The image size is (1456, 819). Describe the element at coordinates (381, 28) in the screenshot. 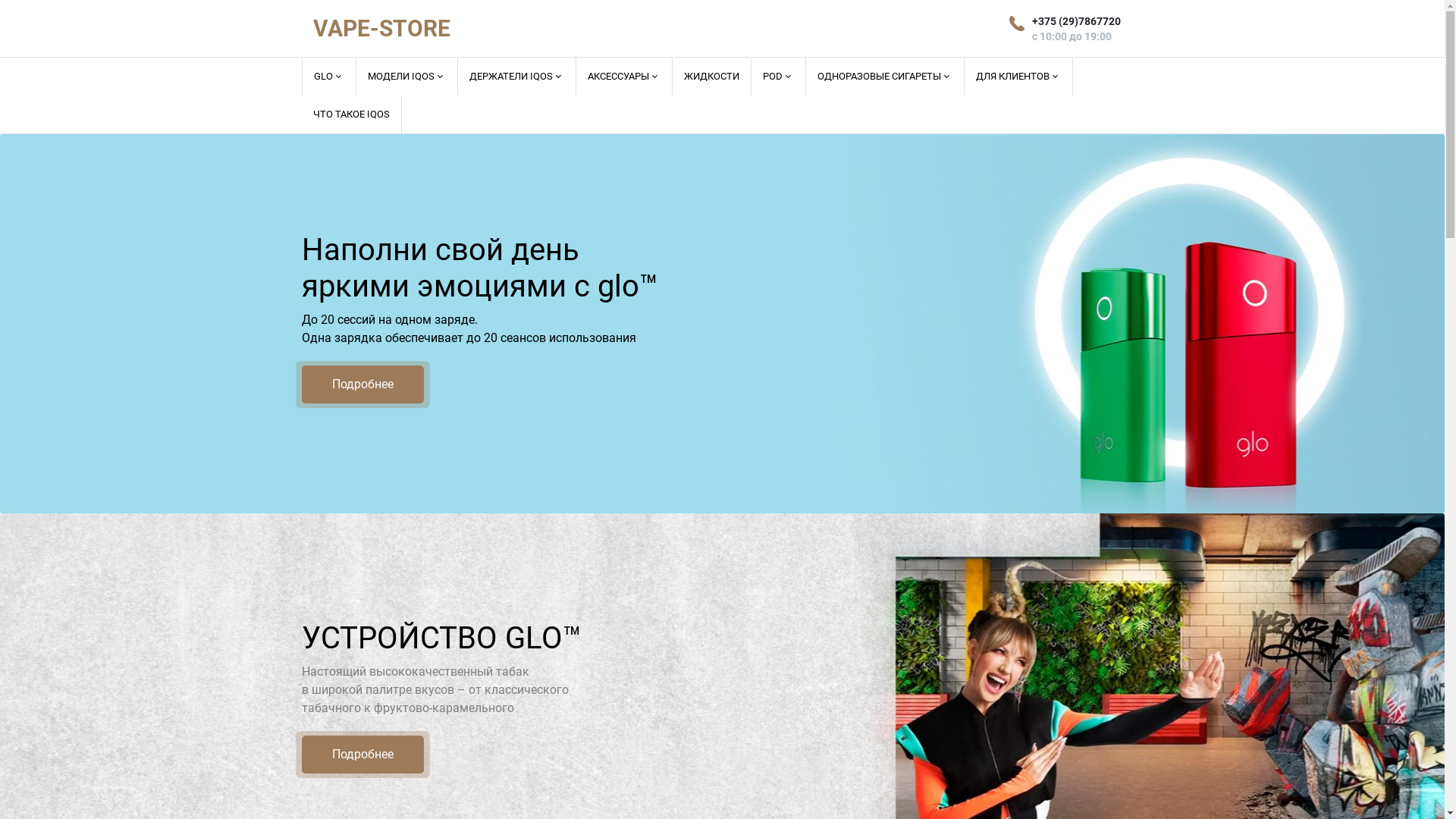

I see `'VAPE-STORE'` at that location.